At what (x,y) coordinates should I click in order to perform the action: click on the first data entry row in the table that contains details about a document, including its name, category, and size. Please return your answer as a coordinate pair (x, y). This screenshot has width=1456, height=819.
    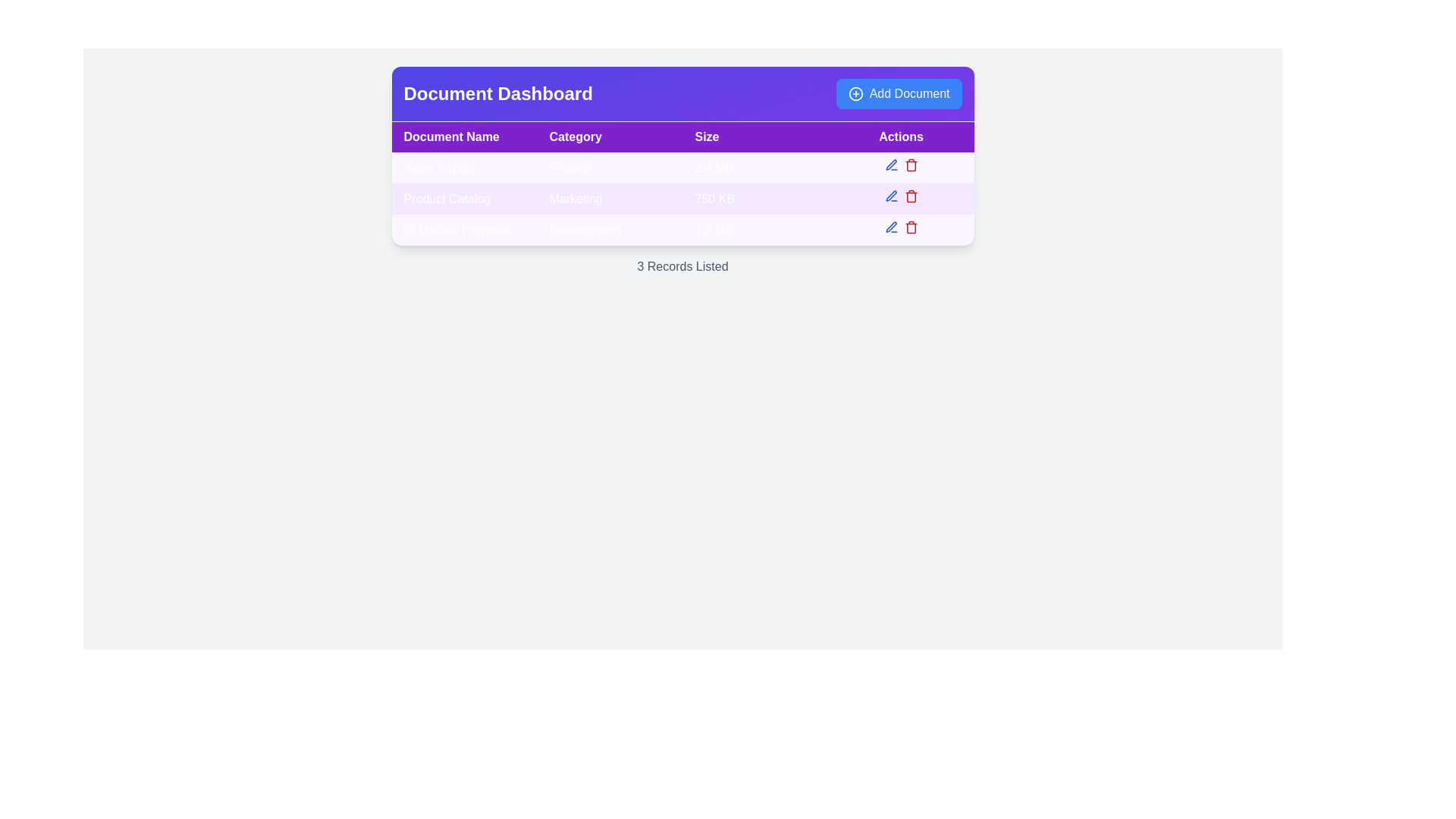
    Looking at the image, I should click on (682, 168).